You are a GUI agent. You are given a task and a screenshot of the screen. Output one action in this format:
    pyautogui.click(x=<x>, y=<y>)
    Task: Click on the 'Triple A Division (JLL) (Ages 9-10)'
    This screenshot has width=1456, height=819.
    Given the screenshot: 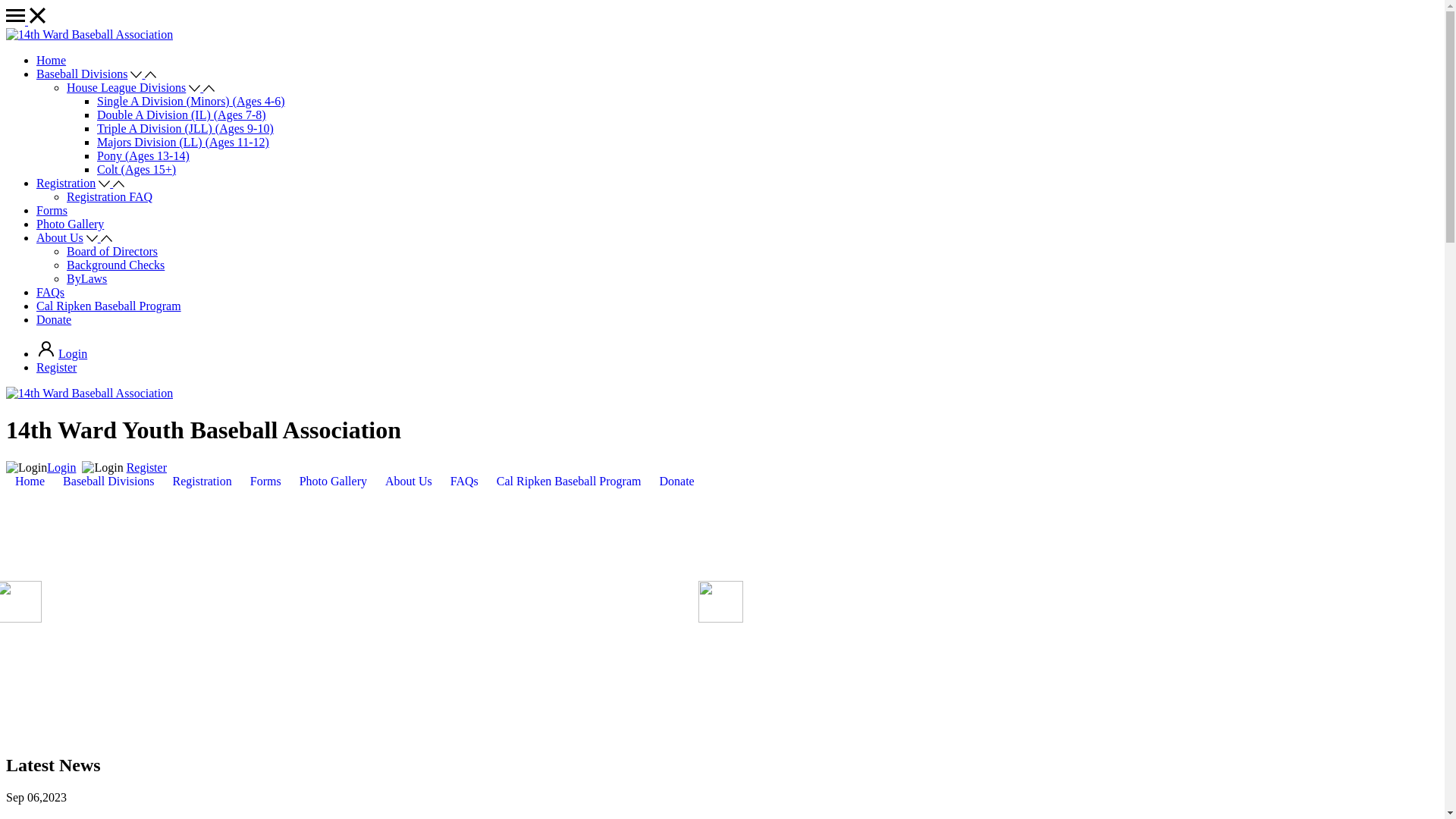 What is the action you would take?
    pyautogui.click(x=96, y=127)
    